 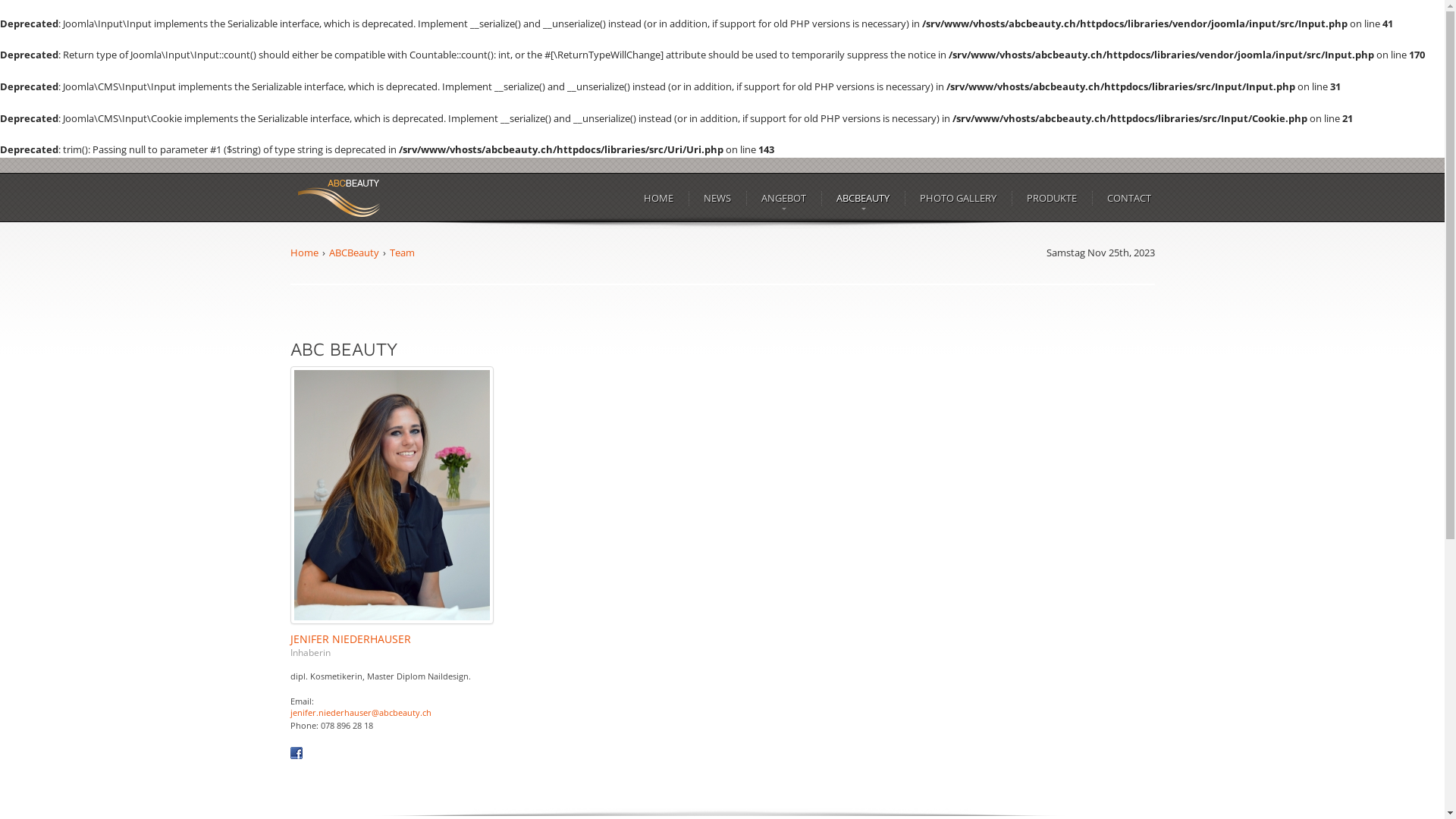 What do you see at coordinates (716, 197) in the screenshot?
I see `'NEWS'` at bounding box center [716, 197].